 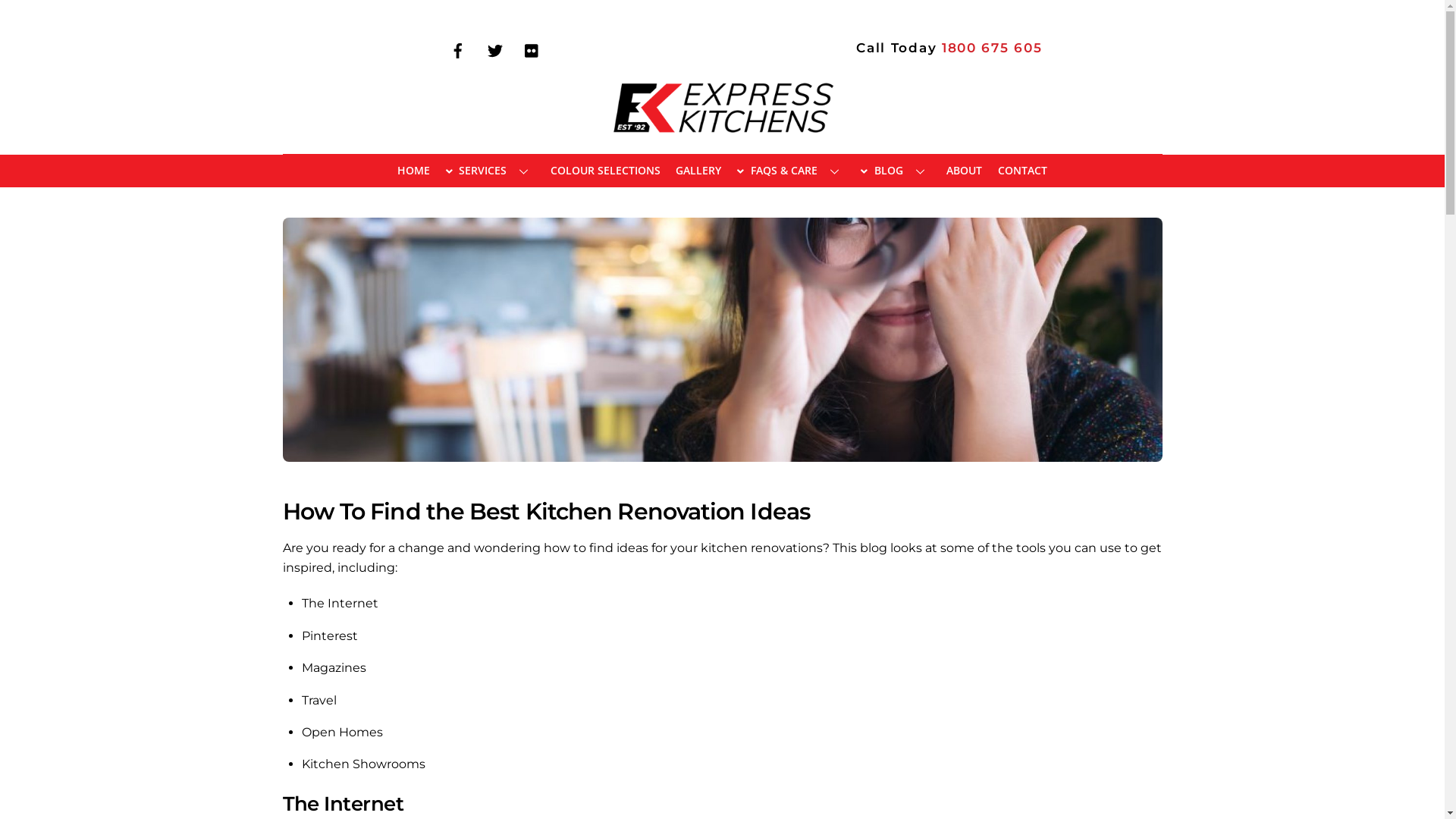 What do you see at coordinates (896, 170) in the screenshot?
I see `'BLOG'` at bounding box center [896, 170].